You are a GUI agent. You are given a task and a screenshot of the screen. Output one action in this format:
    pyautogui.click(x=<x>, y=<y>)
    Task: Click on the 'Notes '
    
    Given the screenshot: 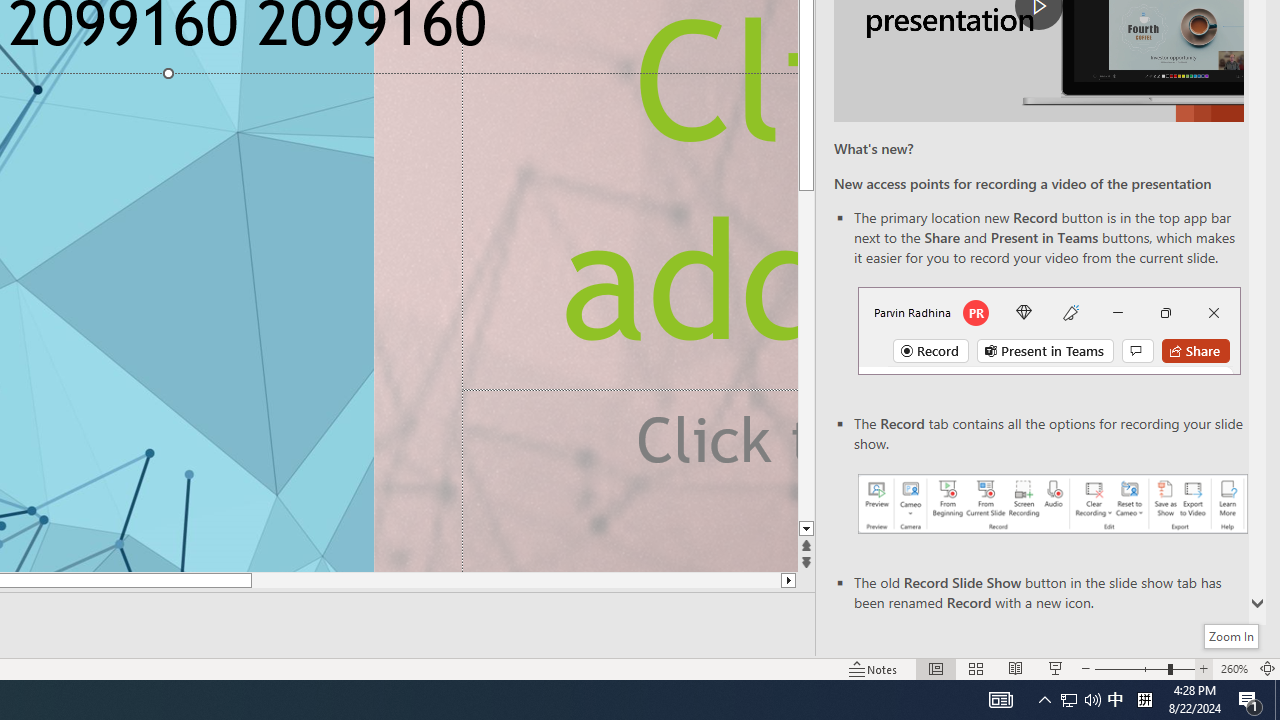 What is the action you would take?
    pyautogui.click(x=874, y=669)
    